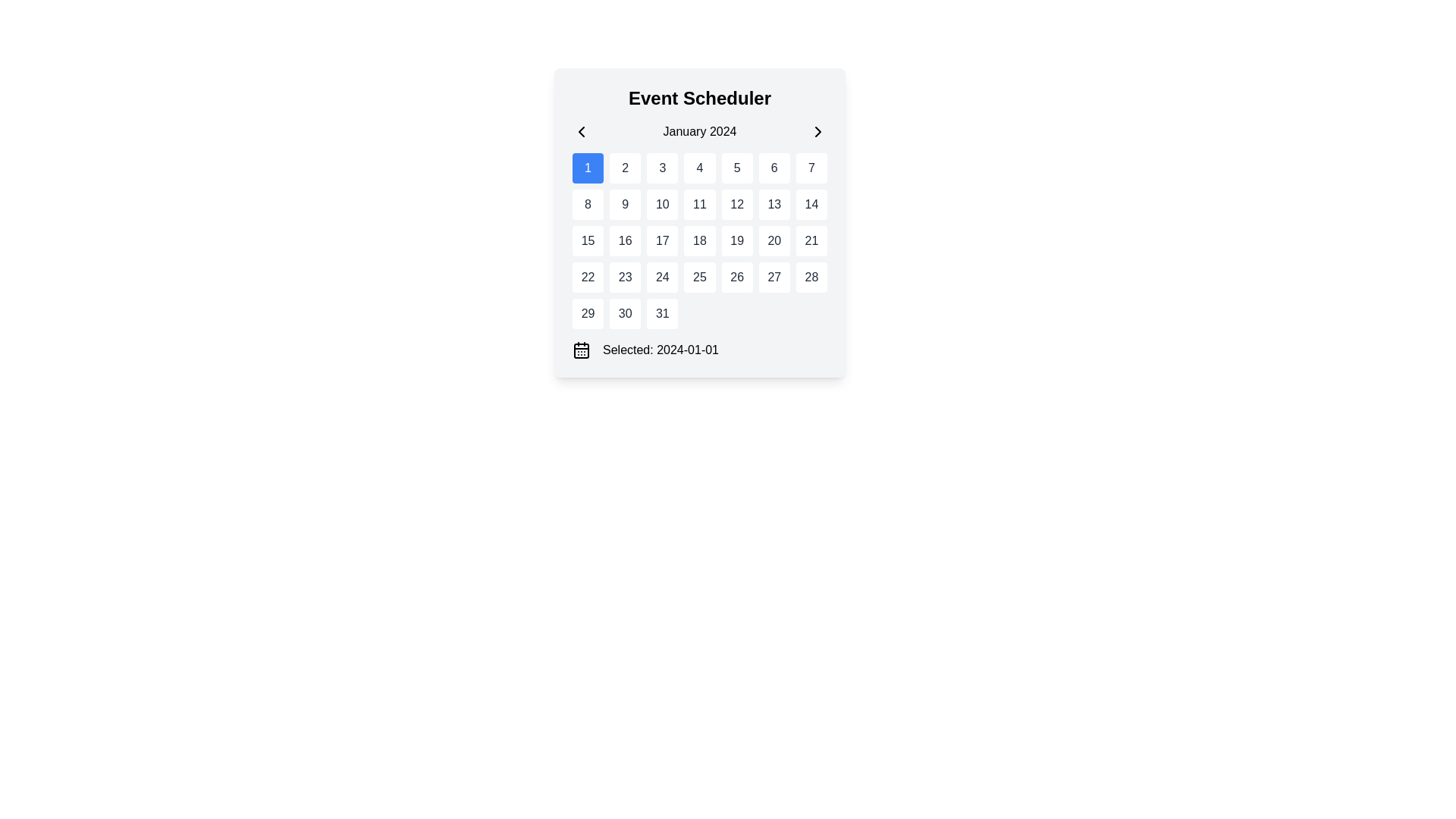 Image resolution: width=1456 pixels, height=819 pixels. I want to click on from the calendar day cell representing '30', so click(625, 312).